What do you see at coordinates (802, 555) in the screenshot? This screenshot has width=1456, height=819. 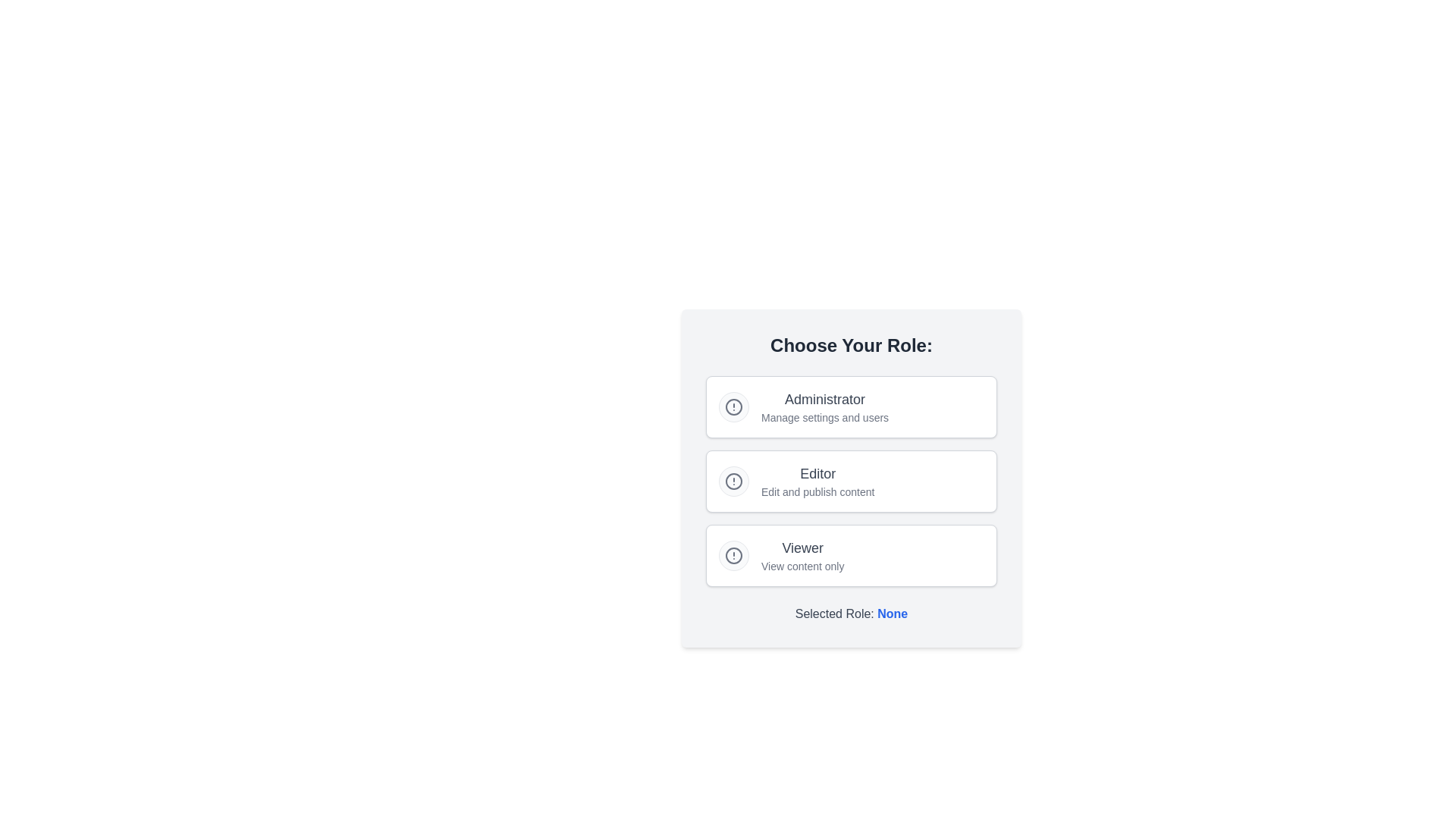 I see `text displayed in the 'Viewer' text label, which is the main title of the bottommost role selection card in a vertically-stacked list of three options` at bounding box center [802, 555].